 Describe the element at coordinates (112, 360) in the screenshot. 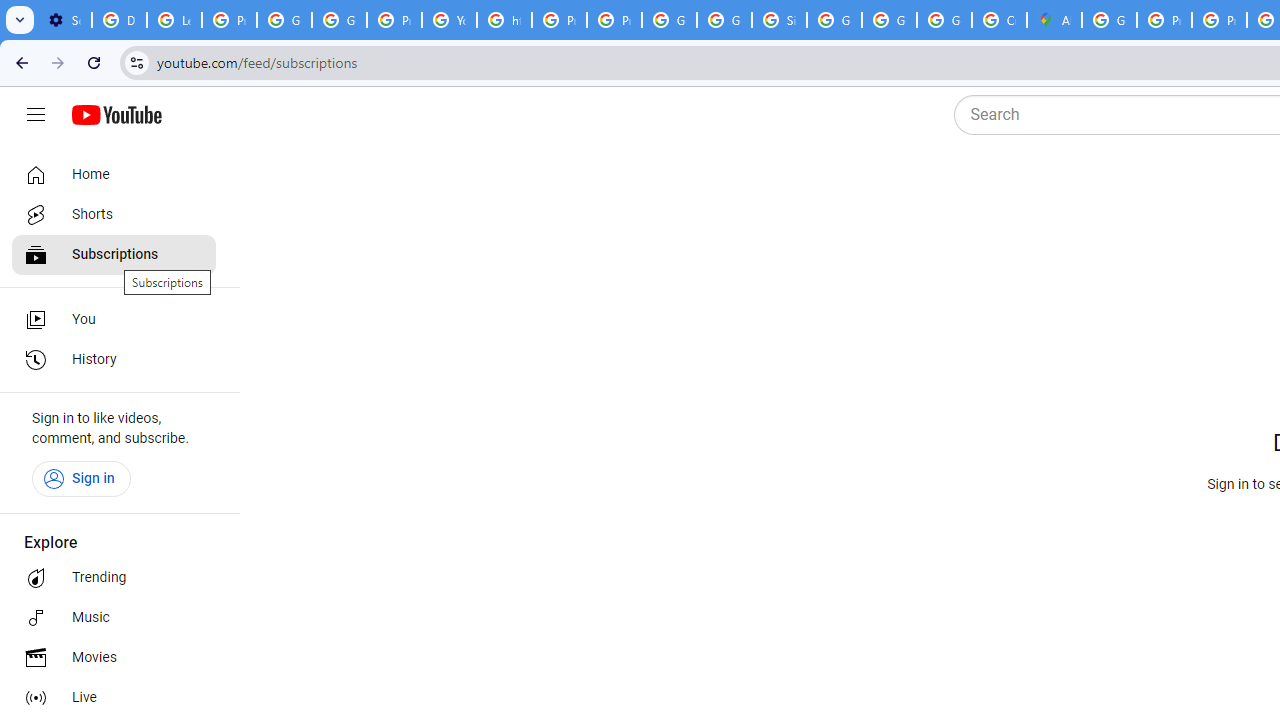

I see `'History'` at that location.